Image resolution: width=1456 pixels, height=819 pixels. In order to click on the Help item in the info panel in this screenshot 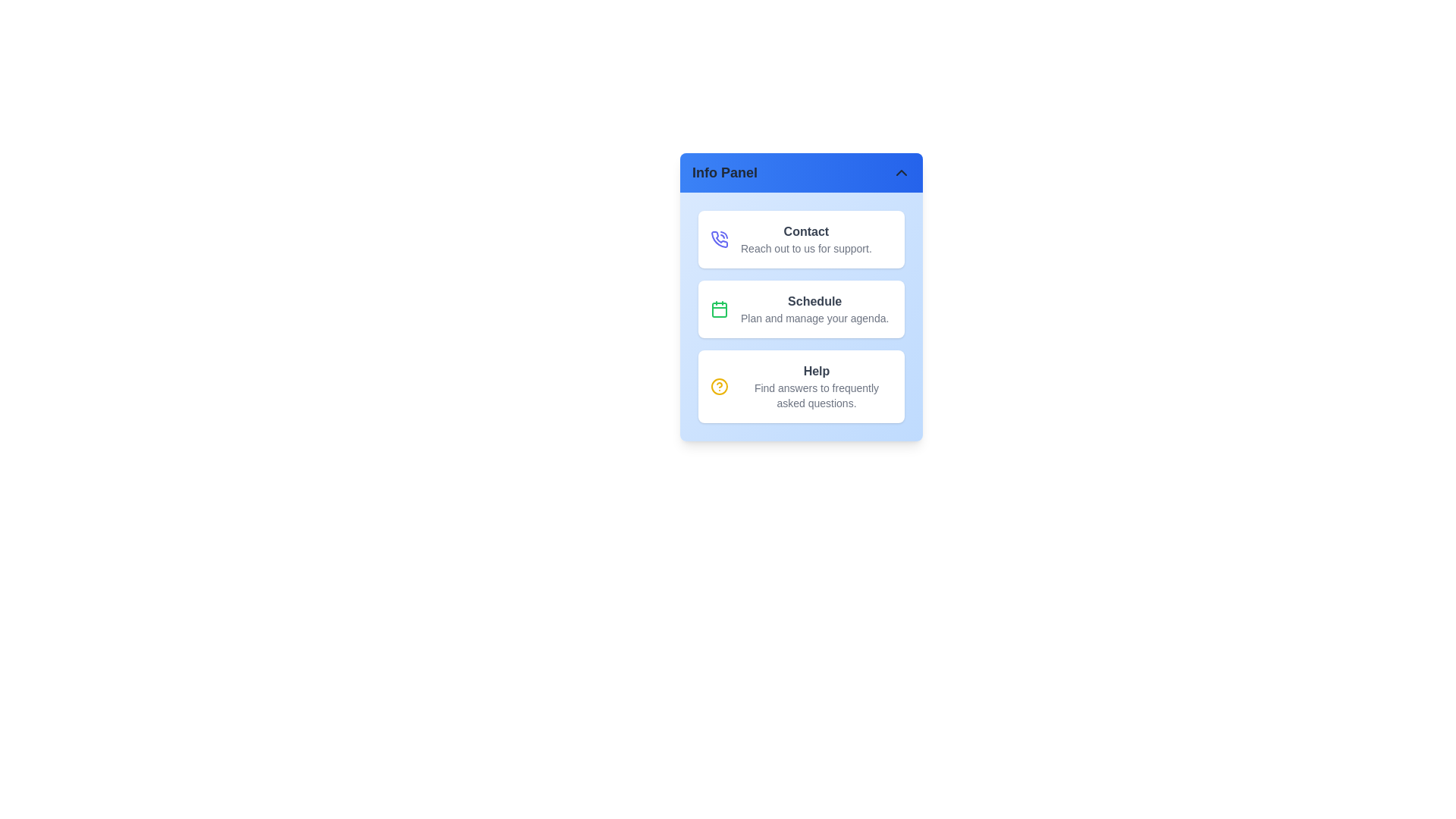, I will do `click(800, 385)`.